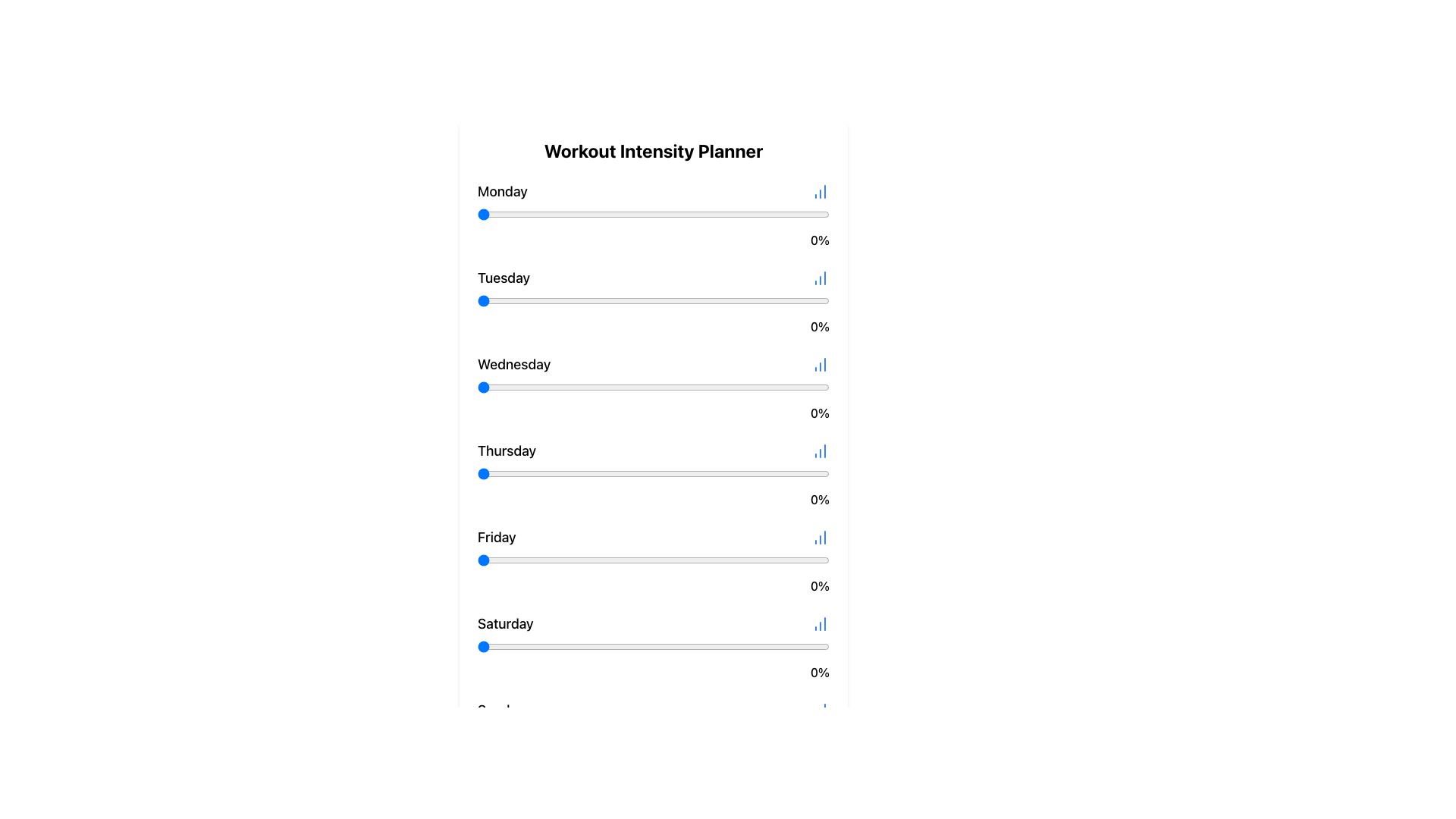  Describe the element at coordinates (513, 301) in the screenshot. I see `the Tuesday intensity level` at that location.